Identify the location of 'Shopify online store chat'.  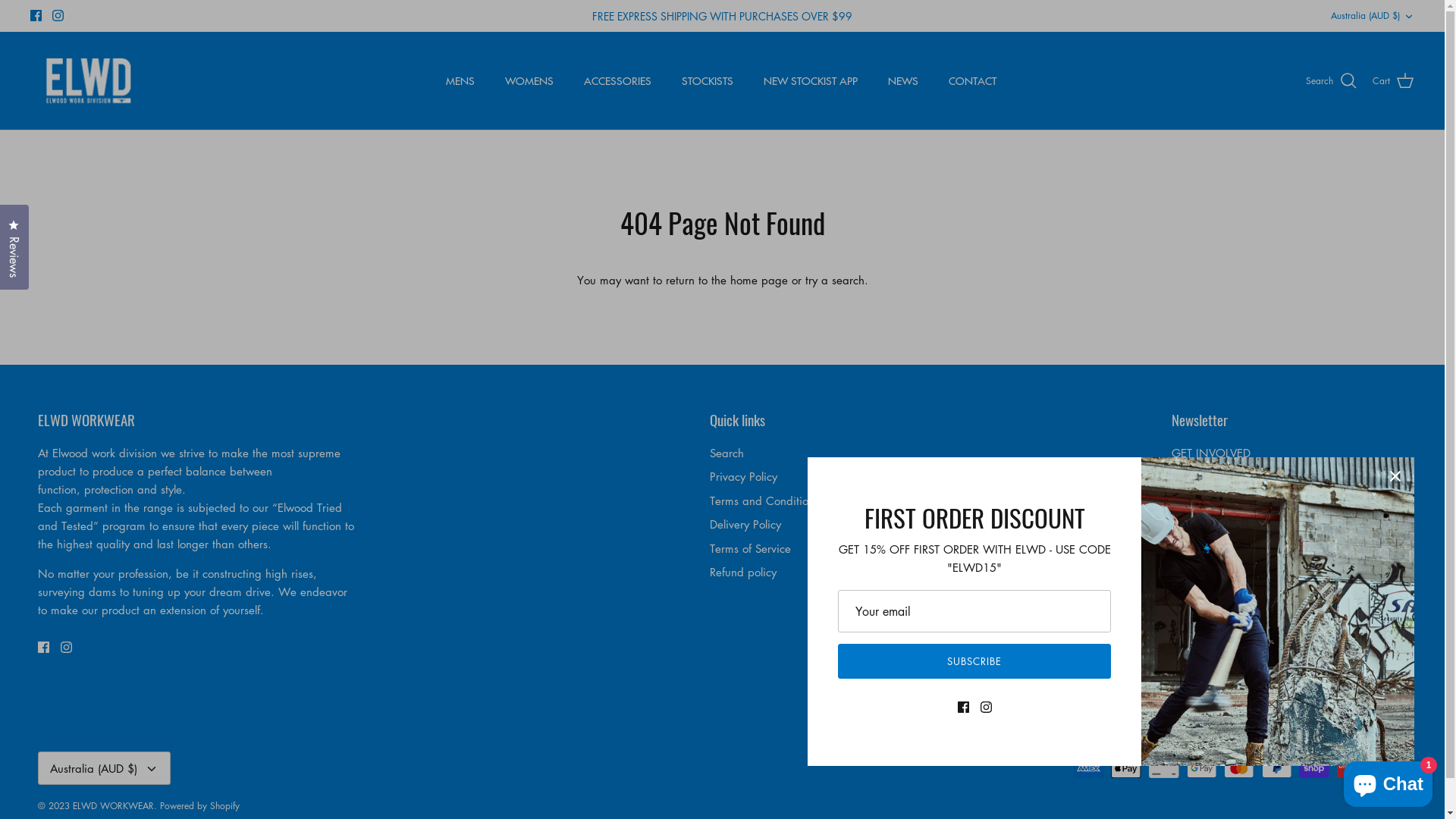
(1388, 780).